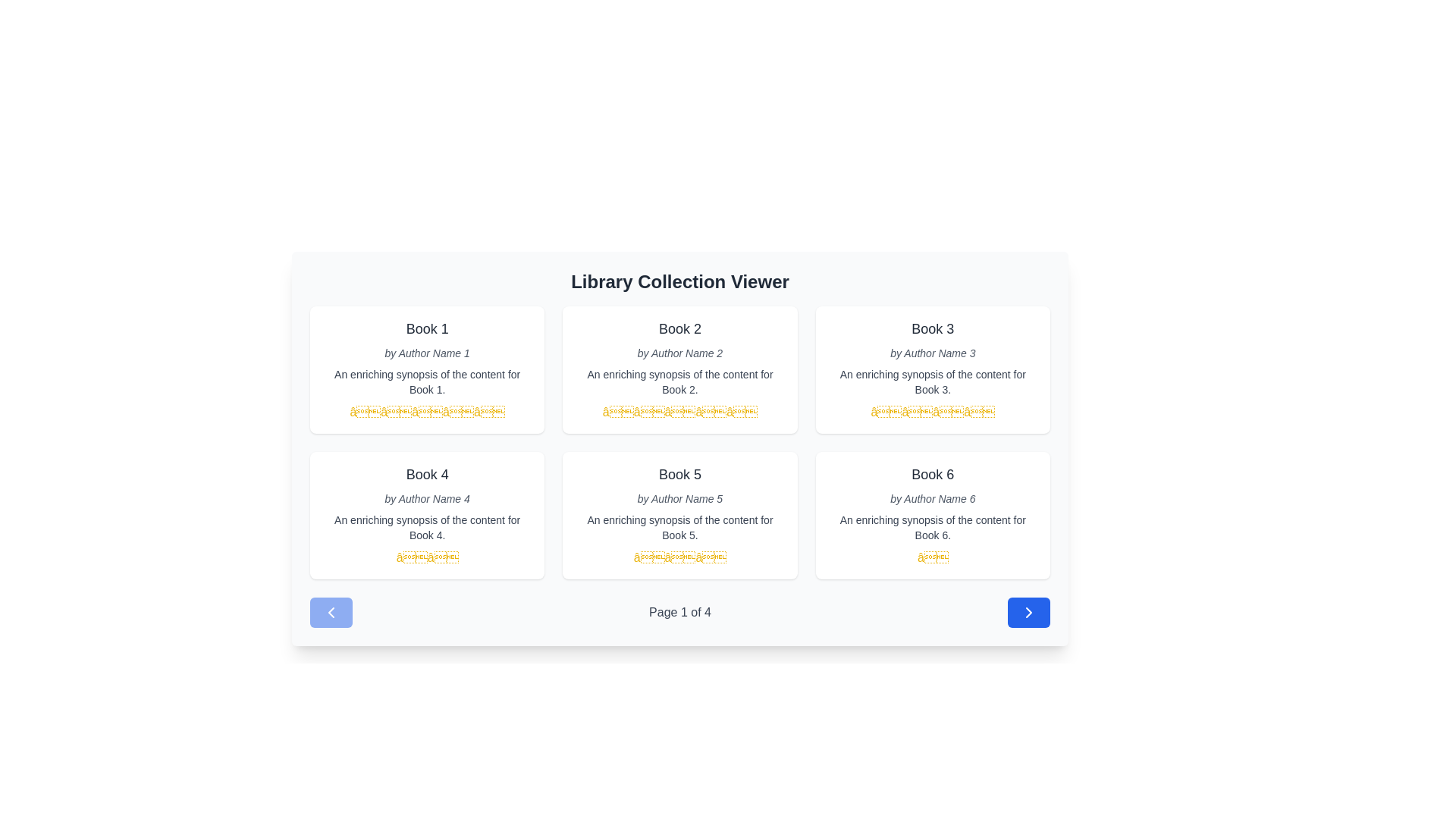 The image size is (1456, 819). I want to click on description of 'Book 1' located centrally below the title and author information, which provides a brief summary of the book's content, so click(426, 381).